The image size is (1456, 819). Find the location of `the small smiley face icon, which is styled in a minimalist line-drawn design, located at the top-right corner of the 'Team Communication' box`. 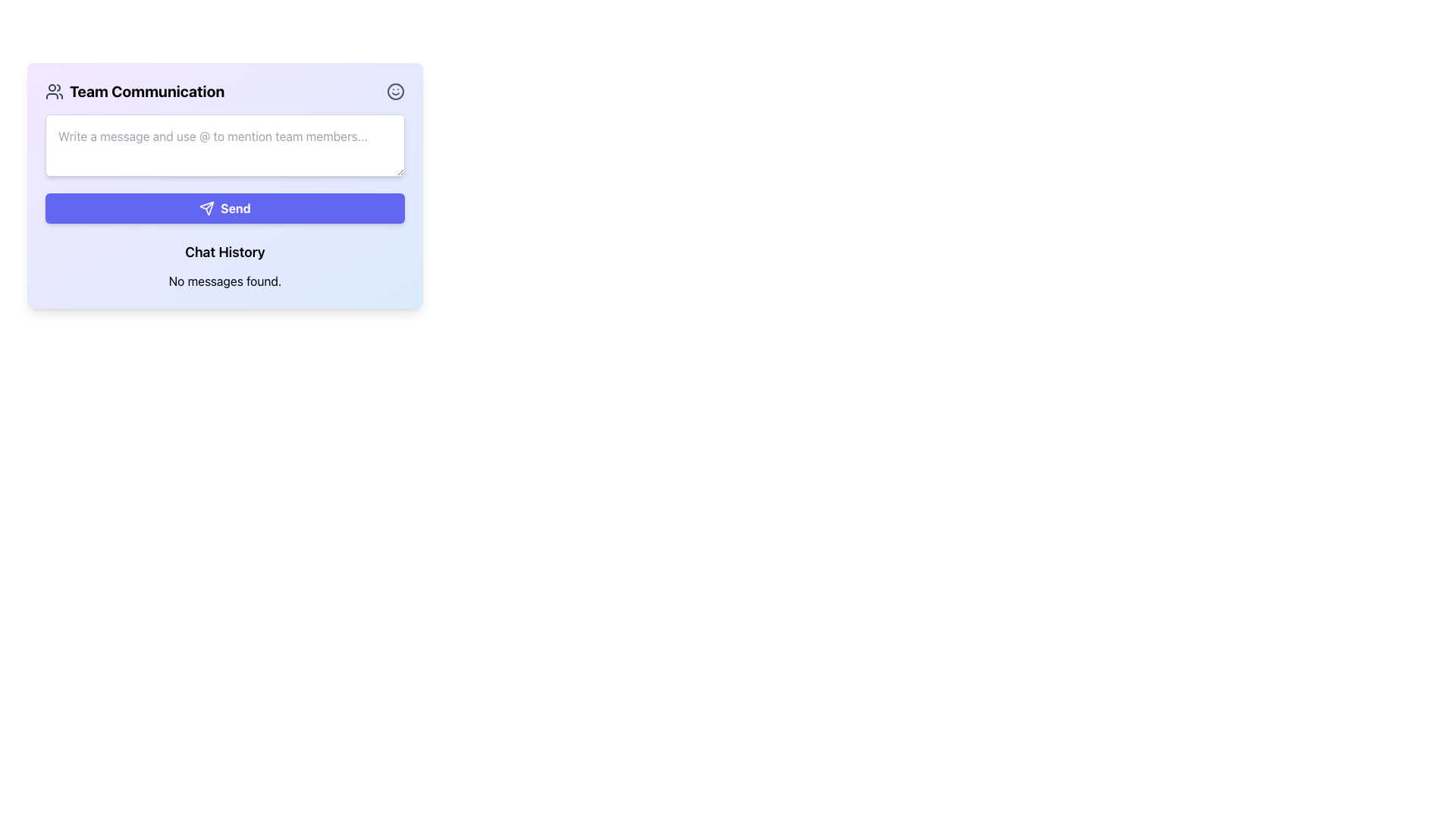

the small smiley face icon, which is styled in a minimalist line-drawn design, located at the top-right corner of the 'Team Communication' box is located at coordinates (396, 91).